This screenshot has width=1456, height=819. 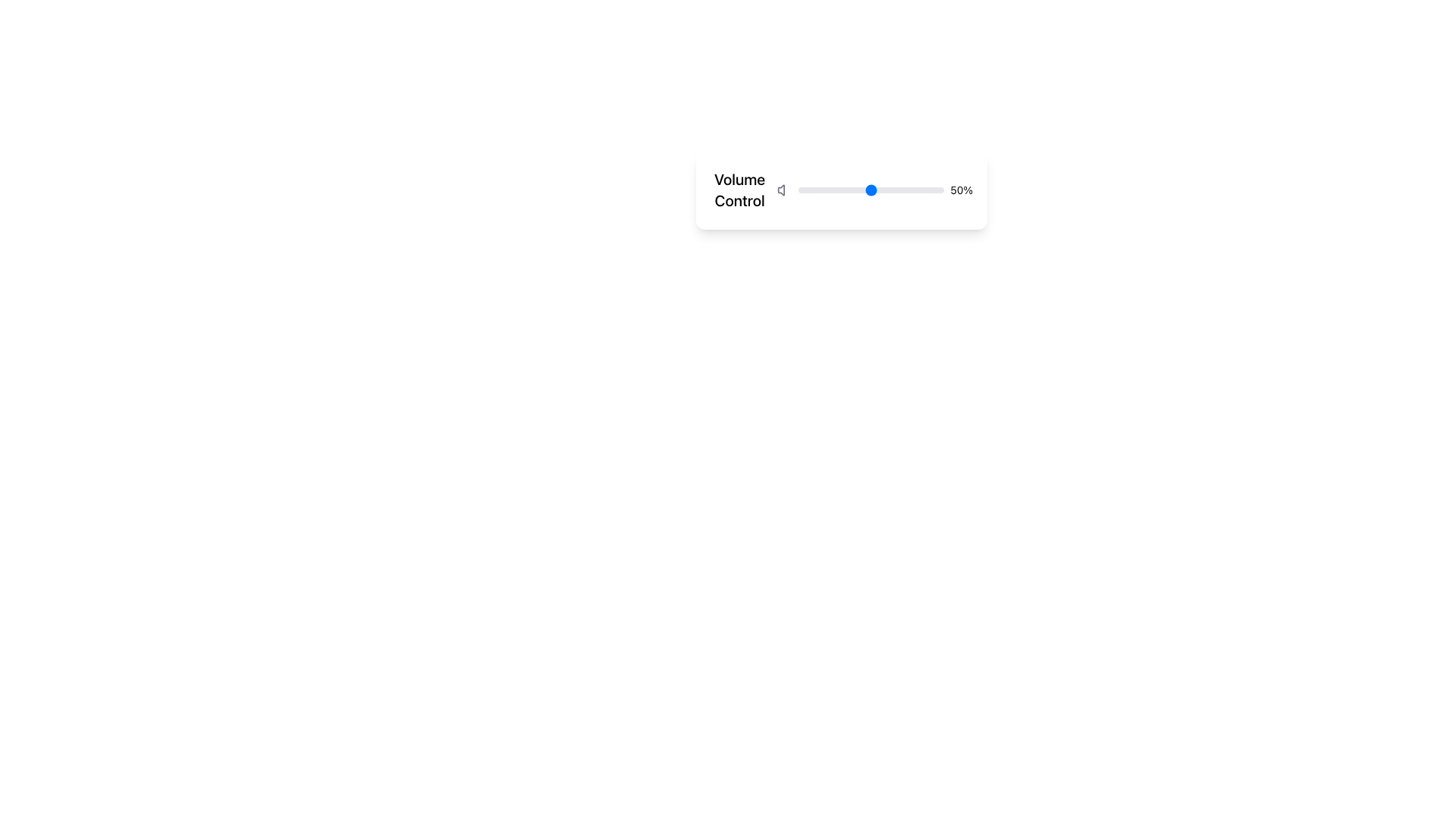 What do you see at coordinates (864, 189) in the screenshot?
I see `the slider` at bounding box center [864, 189].